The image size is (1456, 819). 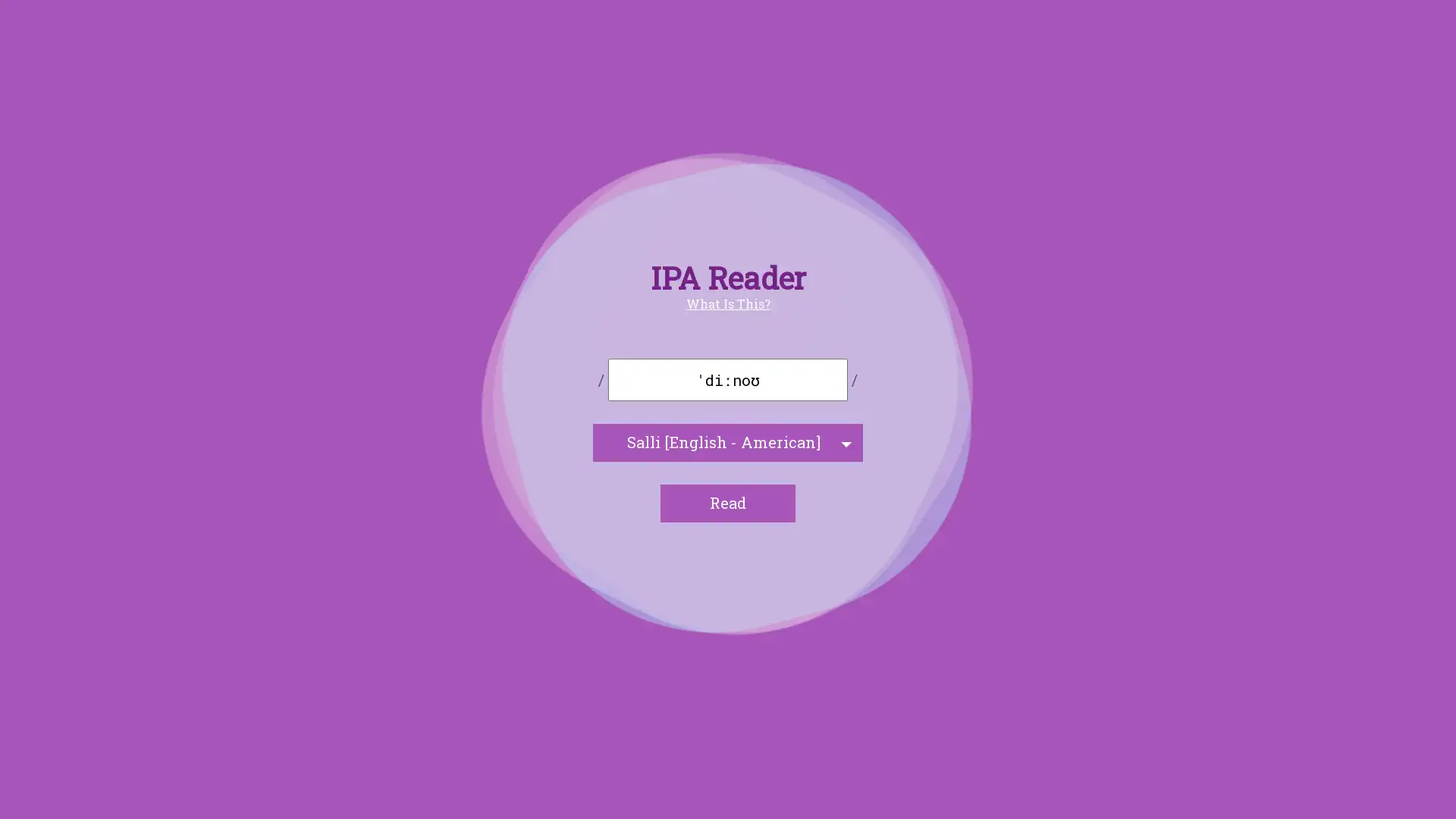 What do you see at coordinates (728, 503) in the screenshot?
I see `Read` at bounding box center [728, 503].